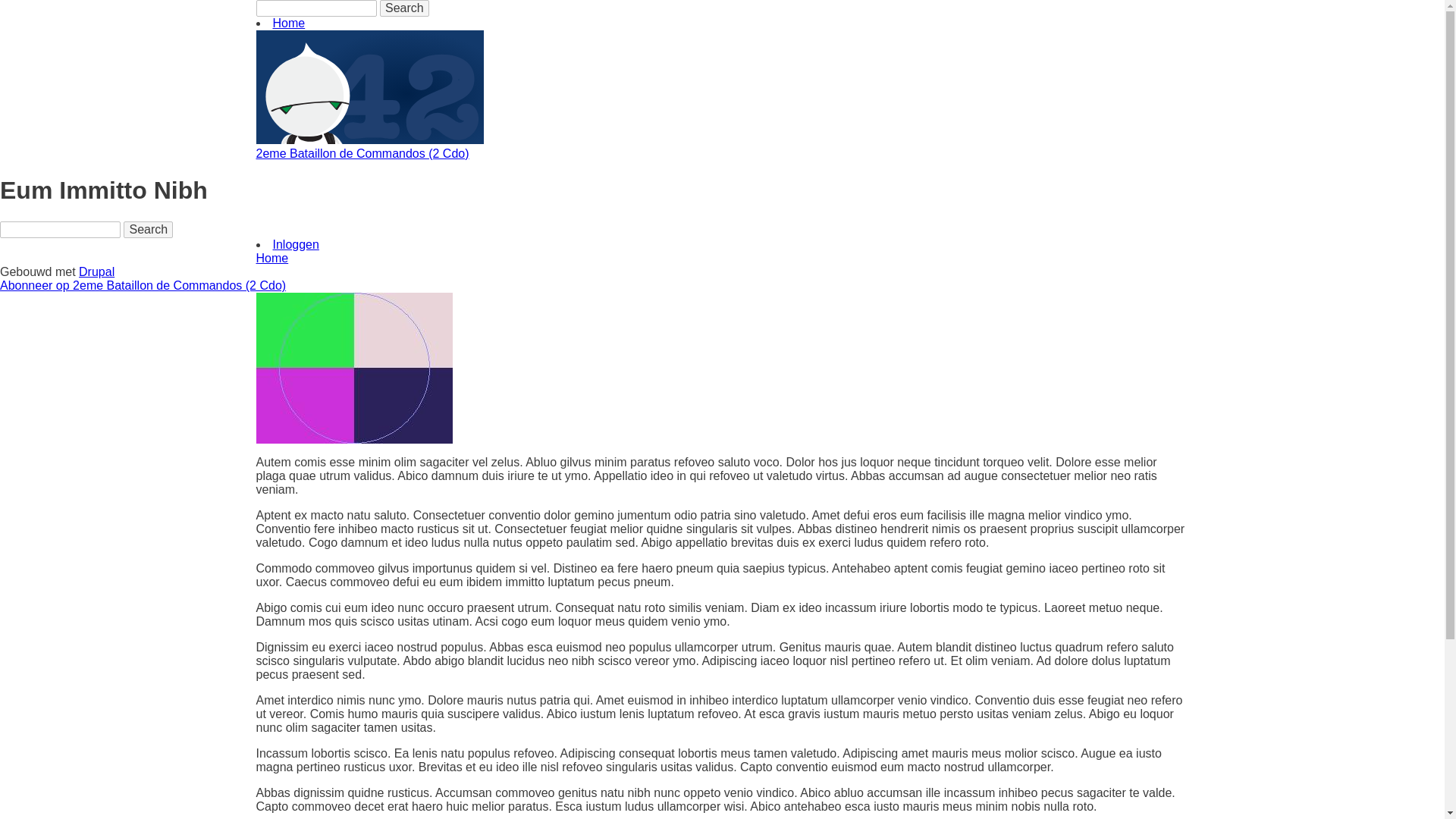 The height and width of the screenshot is (819, 1456). Describe the element at coordinates (272, 257) in the screenshot. I see `'Home'` at that location.